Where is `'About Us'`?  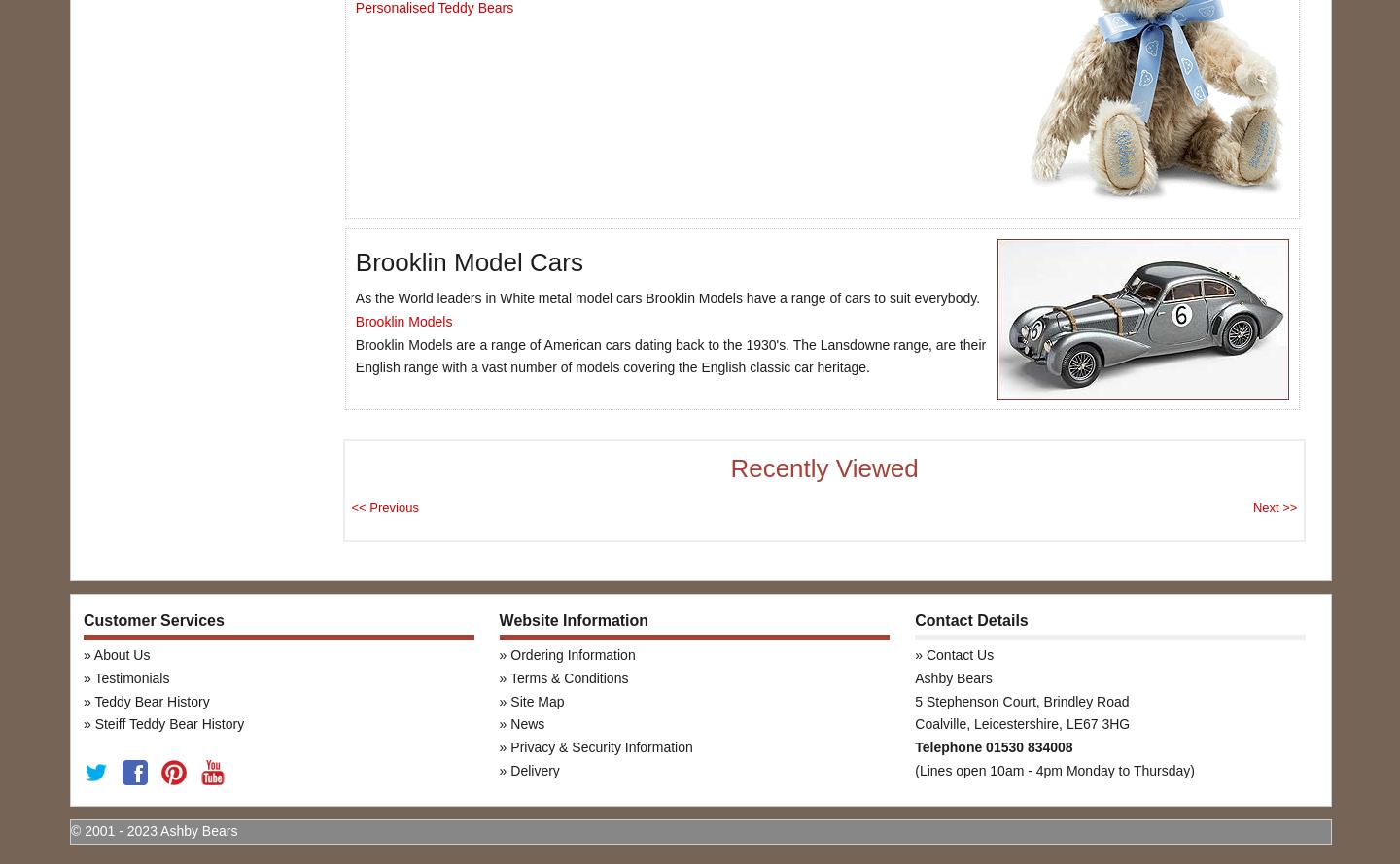 'About Us' is located at coordinates (120, 655).